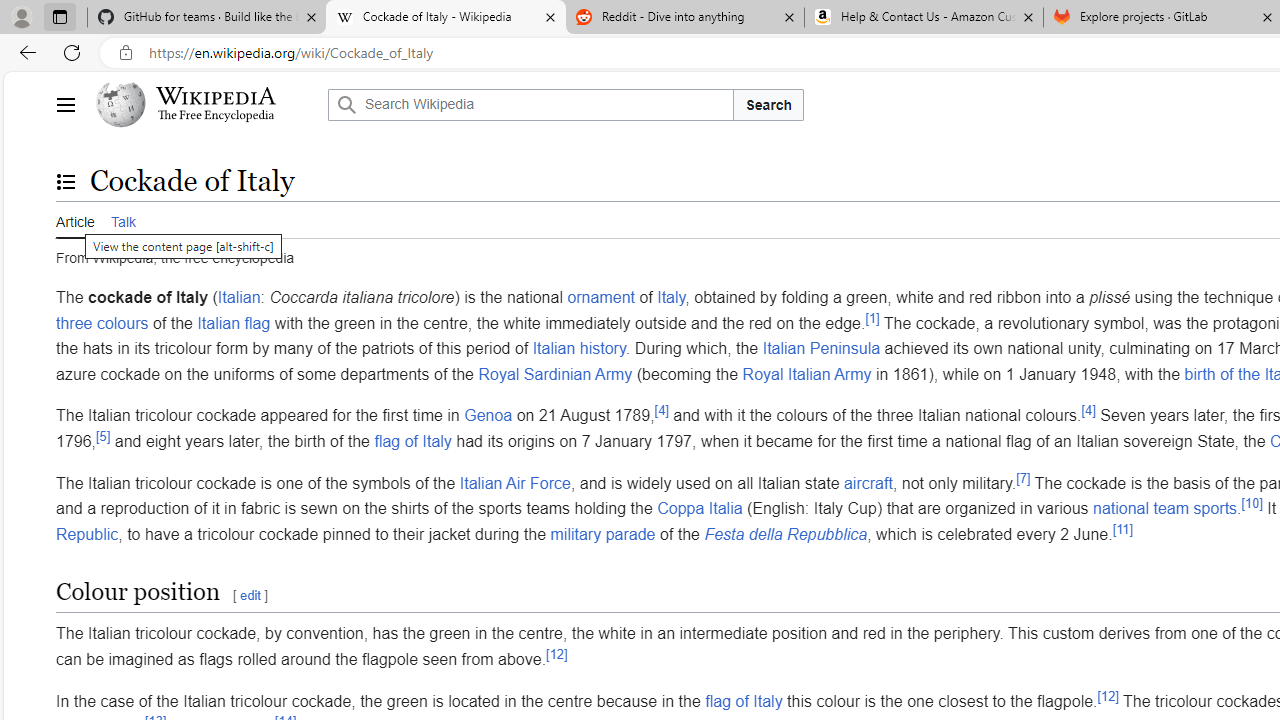 Image resolution: width=1280 pixels, height=720 pixels. I want to click on 'Article', so click(75, 219).